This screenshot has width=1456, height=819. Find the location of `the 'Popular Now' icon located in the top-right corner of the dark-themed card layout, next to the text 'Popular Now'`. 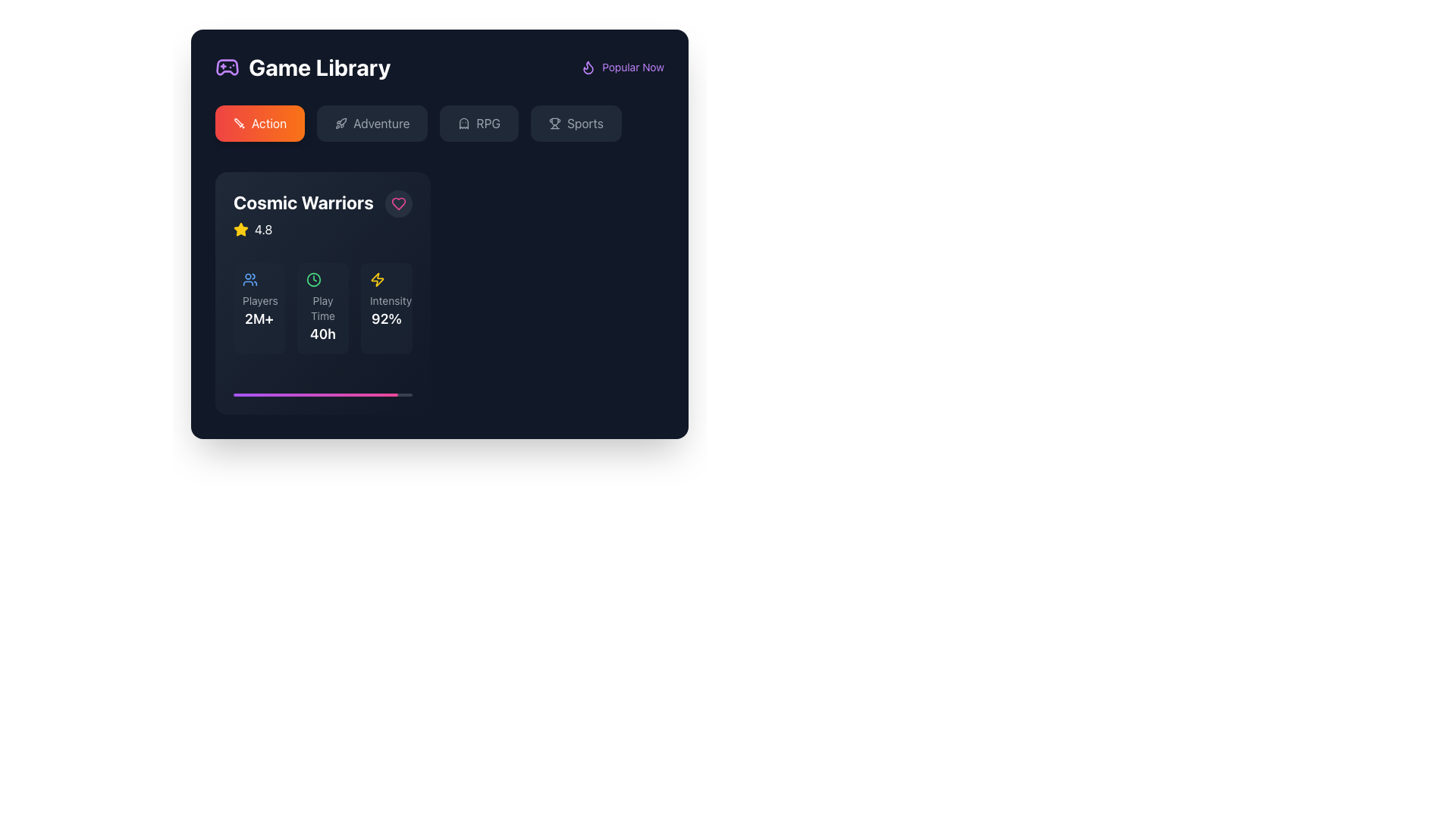

the 'Popular Now' icon located in the top-right corner of the dark-themed card layout, next to the text 'Popular Now' is located at coordinates (588, 66).